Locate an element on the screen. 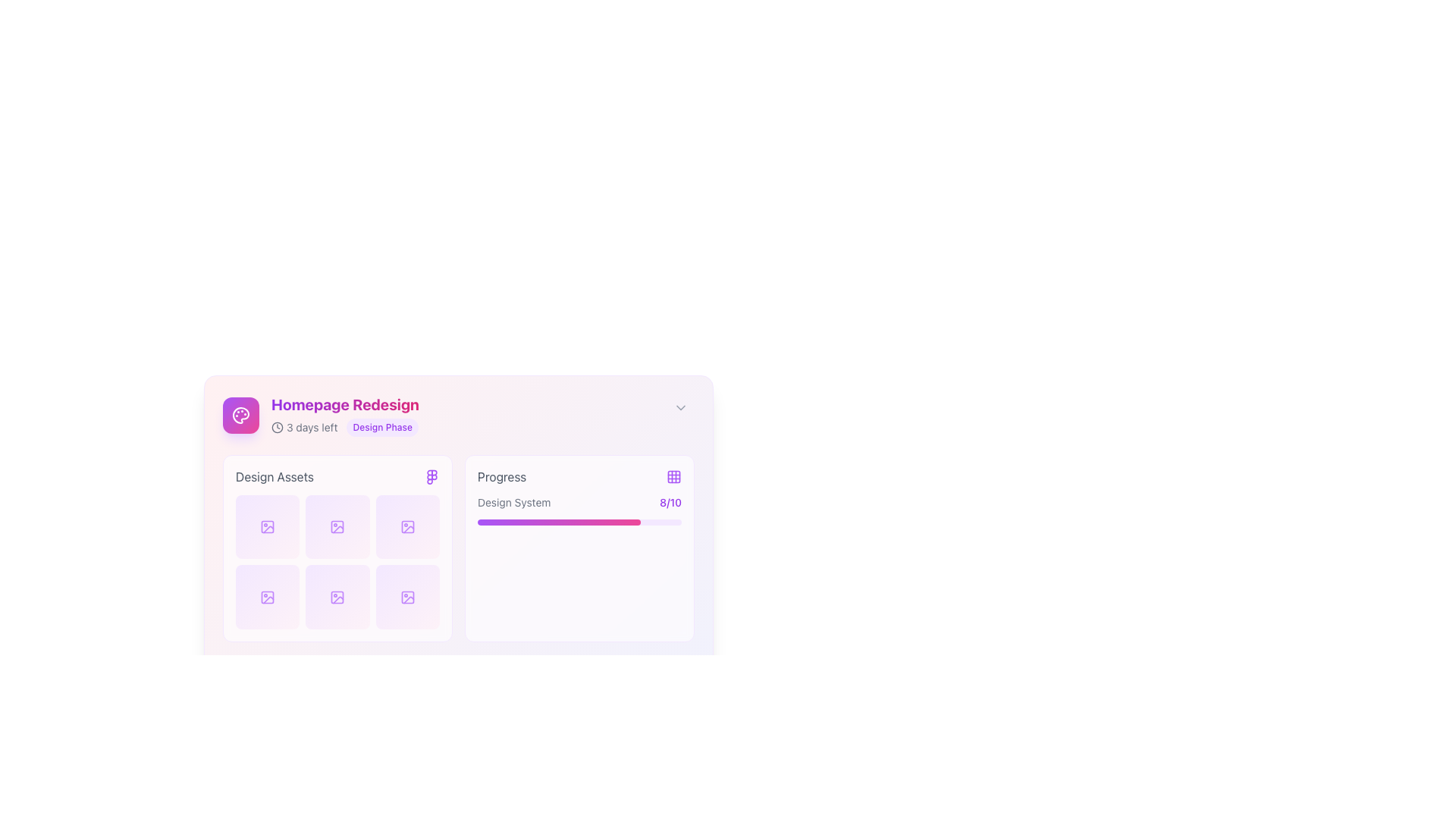  the first Decorative SVG rectangle in the grid icon located at the top-right of the 'Progress' section is located at coordinates (673, 475).